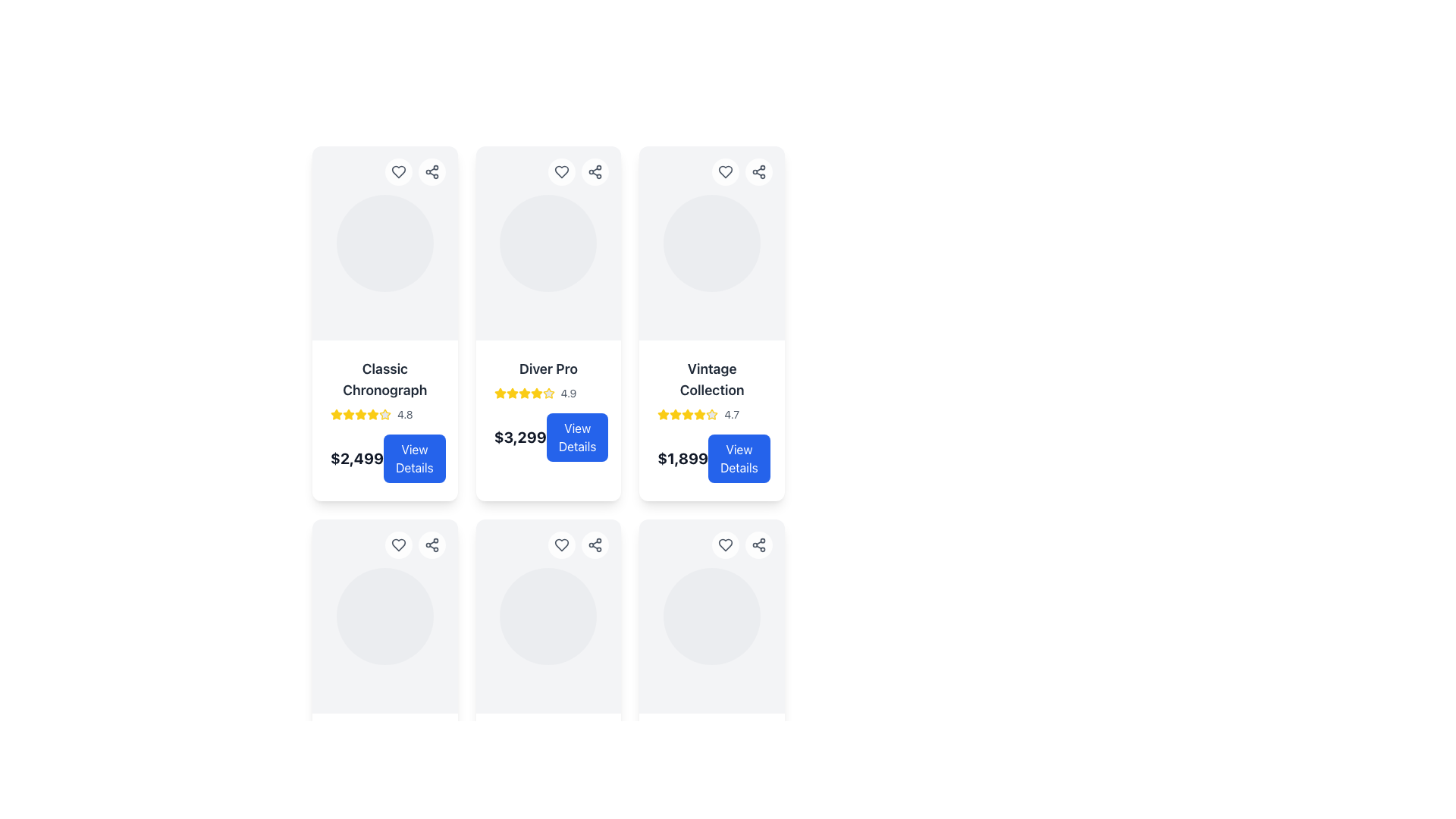  Describe the element at coordinates (576, 438) in the screenshot. I see `the prominent blue button labeled 'View Details' to trigger its visual style change` at that location.